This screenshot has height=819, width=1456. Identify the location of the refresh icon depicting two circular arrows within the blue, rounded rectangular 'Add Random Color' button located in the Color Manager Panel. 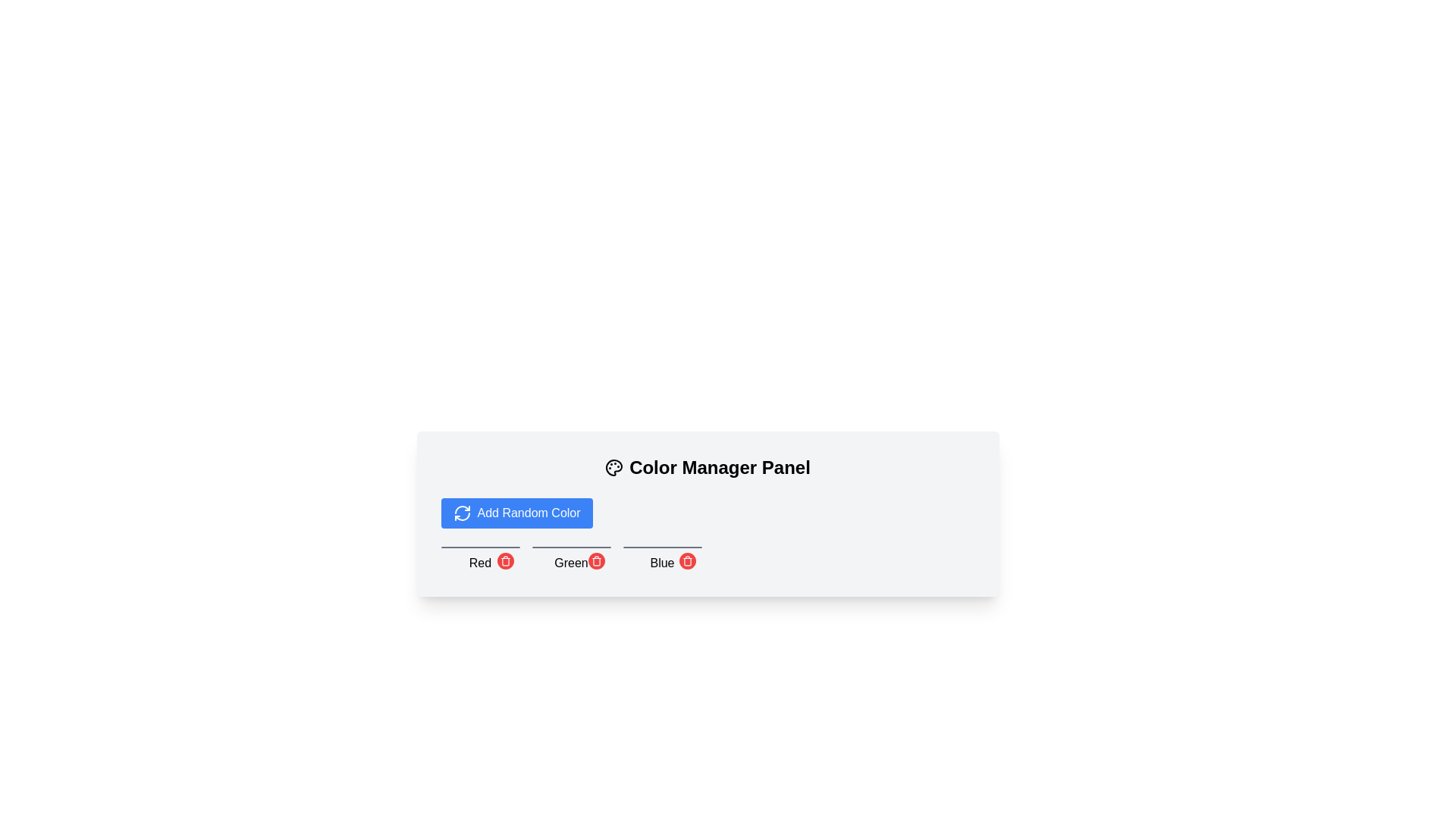
(461, 513).